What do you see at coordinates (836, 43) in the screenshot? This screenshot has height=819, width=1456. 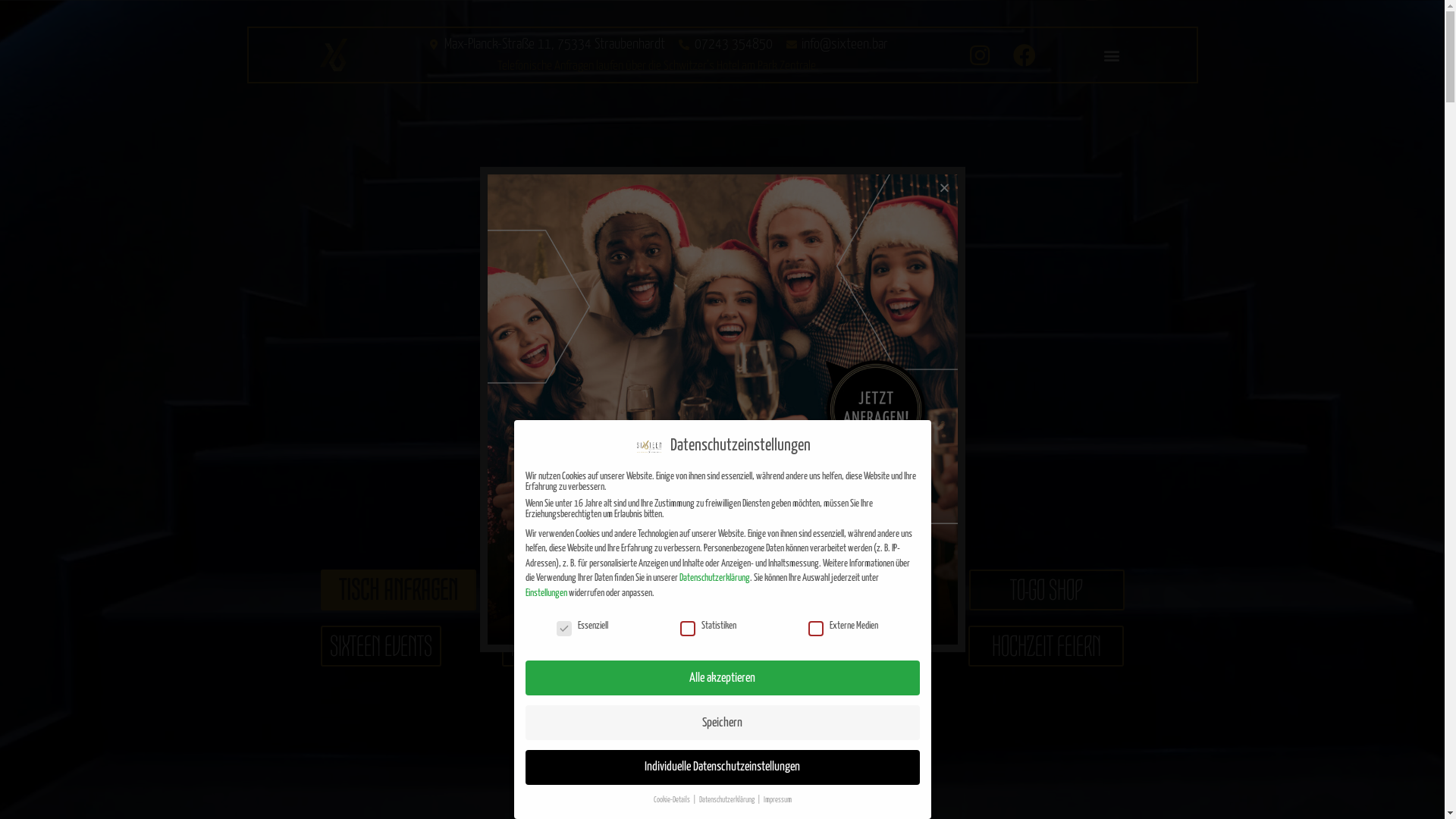 I see `'info@sixteen.bar'` at bounding box center [836, 43].